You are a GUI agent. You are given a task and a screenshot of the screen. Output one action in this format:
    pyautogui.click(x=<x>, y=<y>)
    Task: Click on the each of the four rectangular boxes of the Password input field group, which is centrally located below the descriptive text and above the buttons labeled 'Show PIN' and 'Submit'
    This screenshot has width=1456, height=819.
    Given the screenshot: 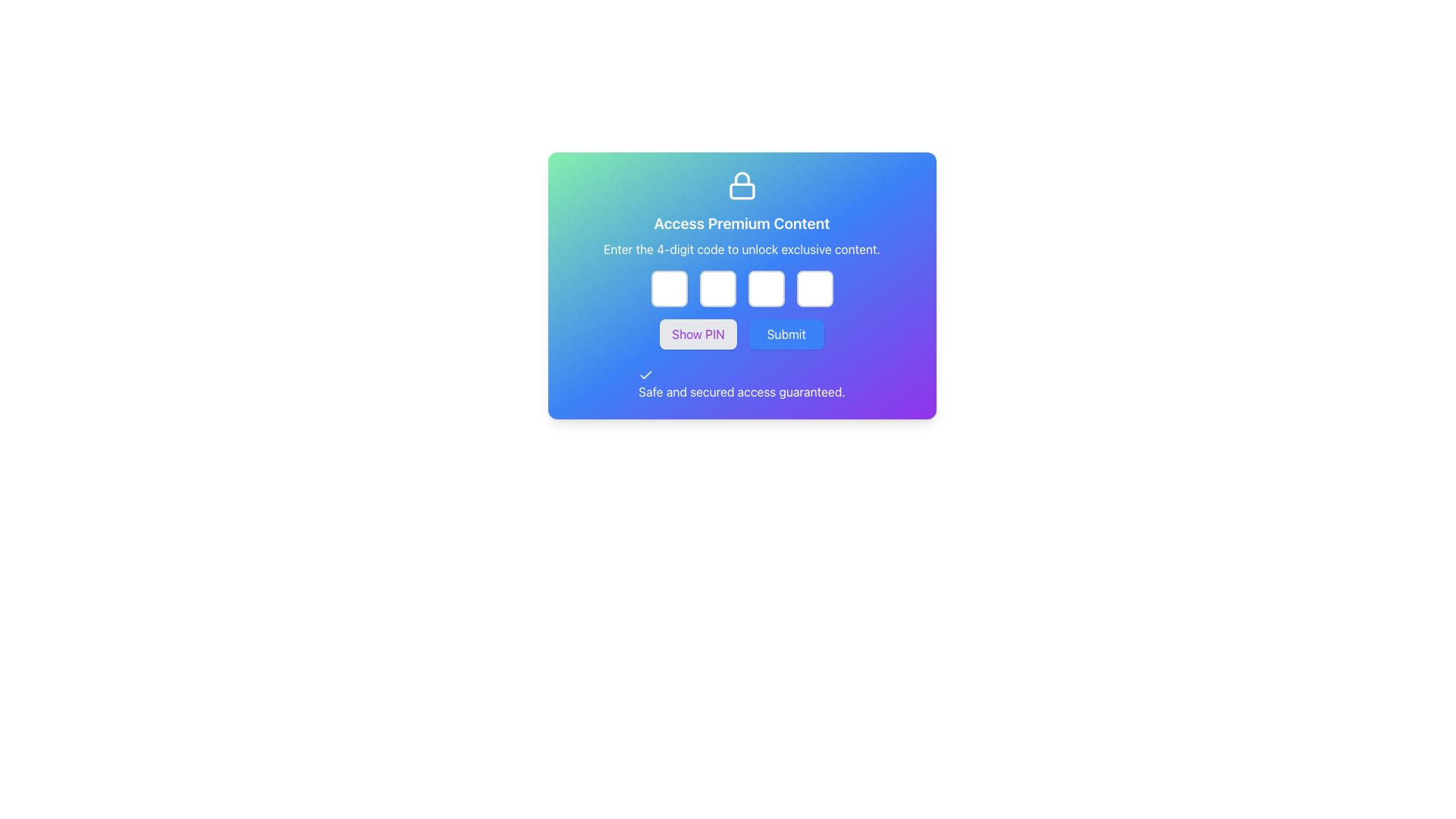 What is the action you would take?
    pyautogui.click(x=742, y=289)
    